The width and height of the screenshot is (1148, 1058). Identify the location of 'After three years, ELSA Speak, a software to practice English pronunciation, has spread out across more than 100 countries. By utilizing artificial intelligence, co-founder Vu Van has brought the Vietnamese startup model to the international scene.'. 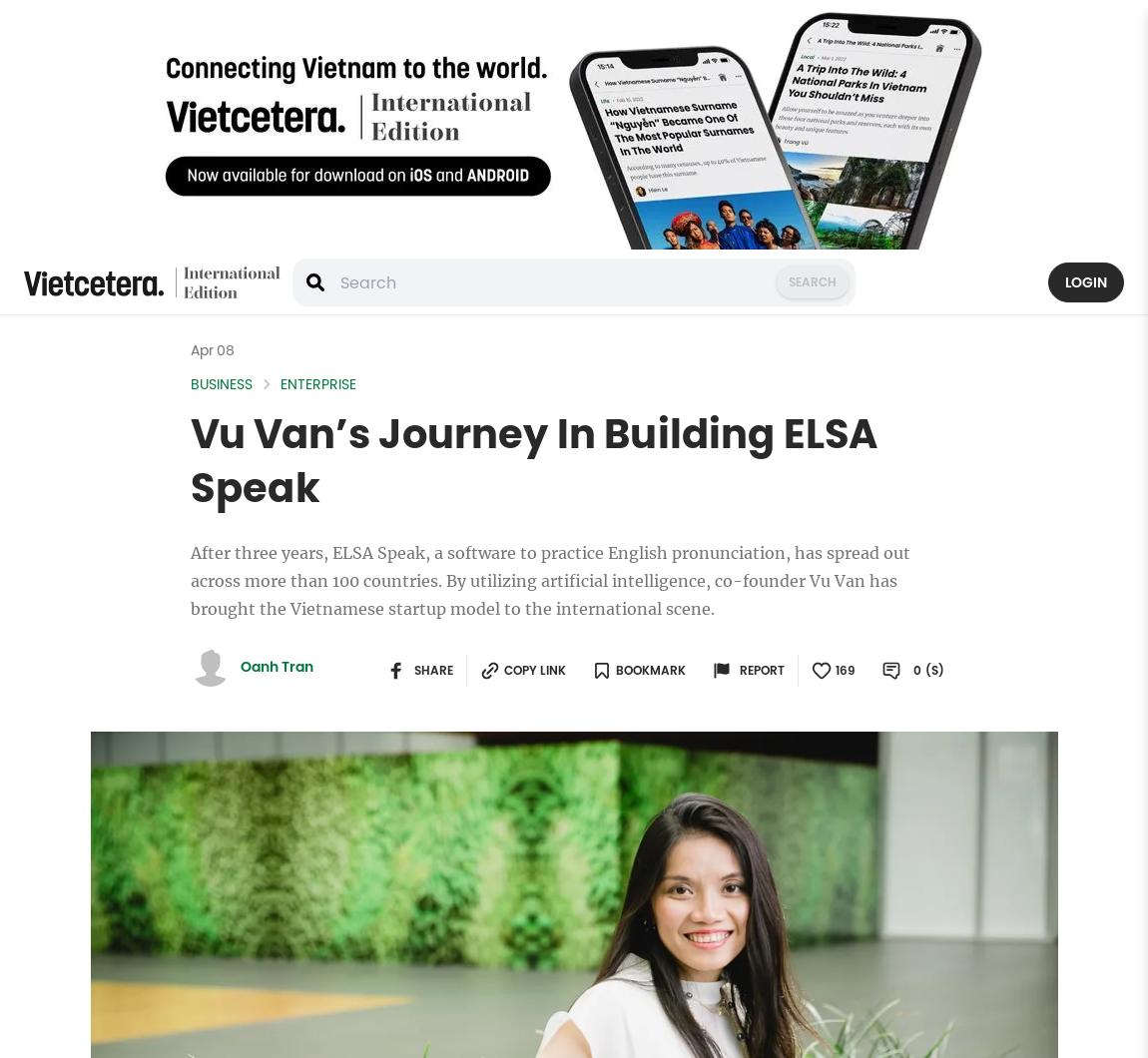
(190, 581).